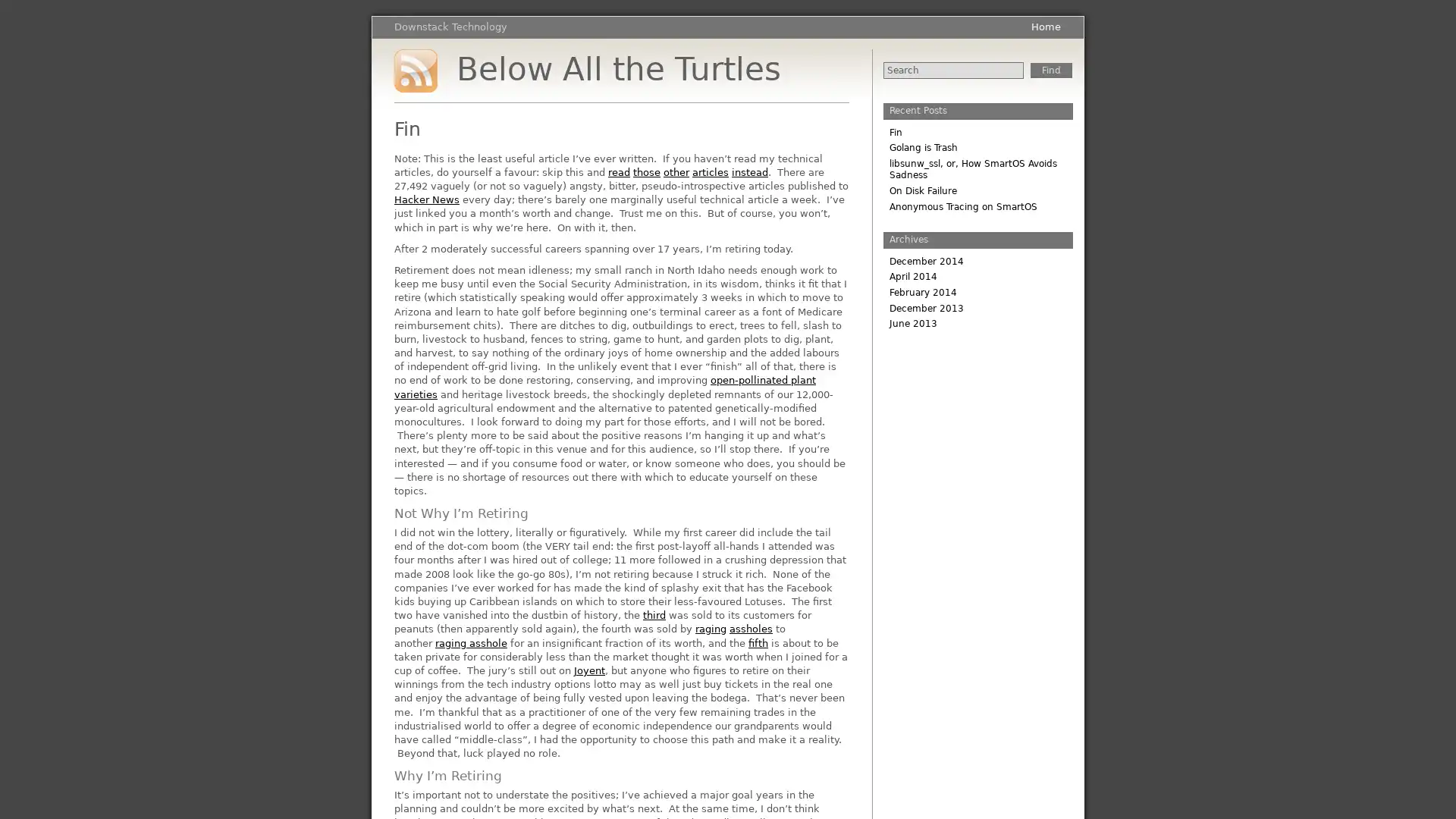  Describe the element at coordinates (1050, 70) in the screenshot. I see `Find` at that location.